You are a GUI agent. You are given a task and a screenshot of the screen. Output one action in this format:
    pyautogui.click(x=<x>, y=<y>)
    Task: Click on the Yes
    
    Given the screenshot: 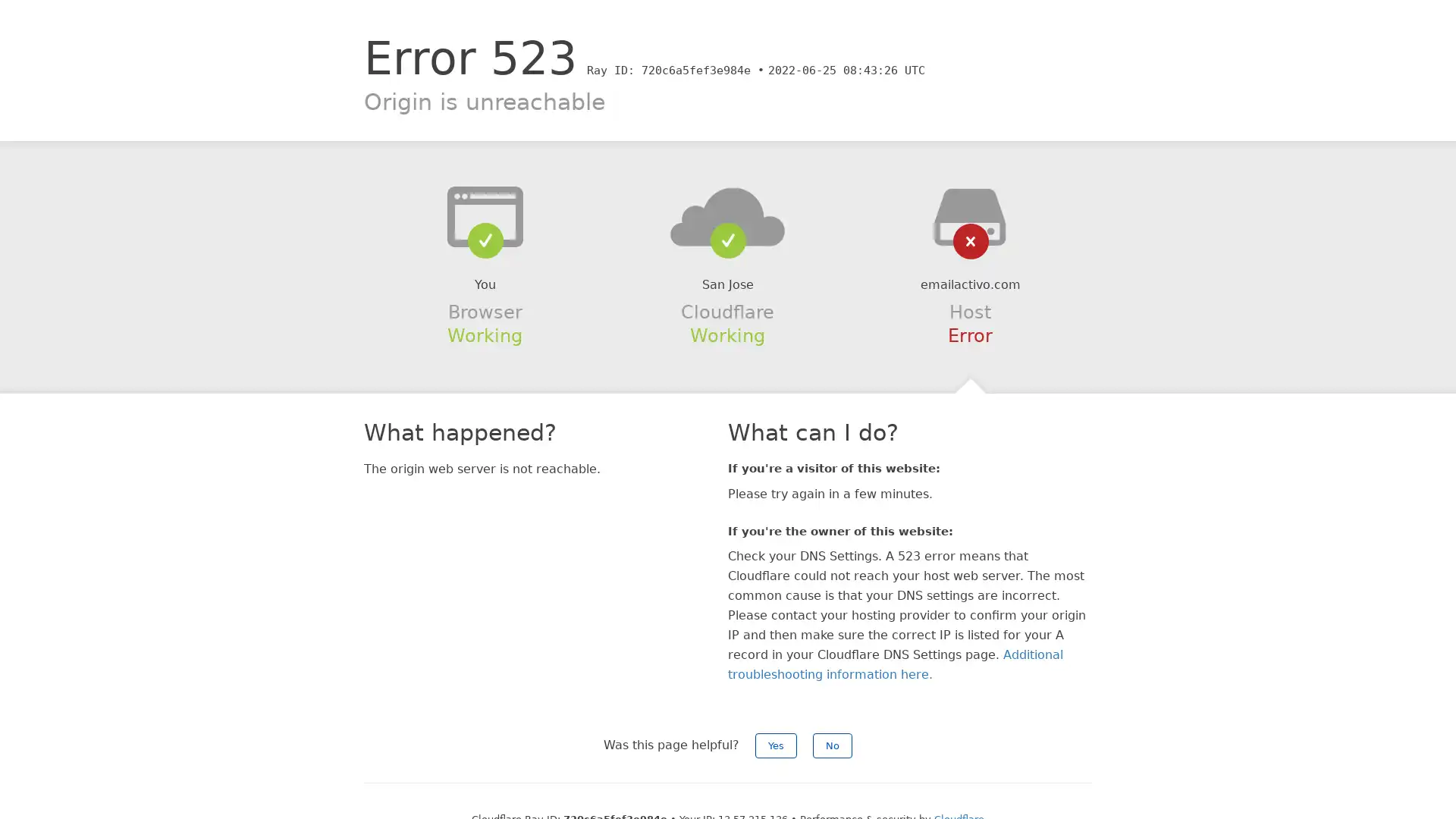 What is the action you would take?
    pyautogui.click(x=776, y=745)
    